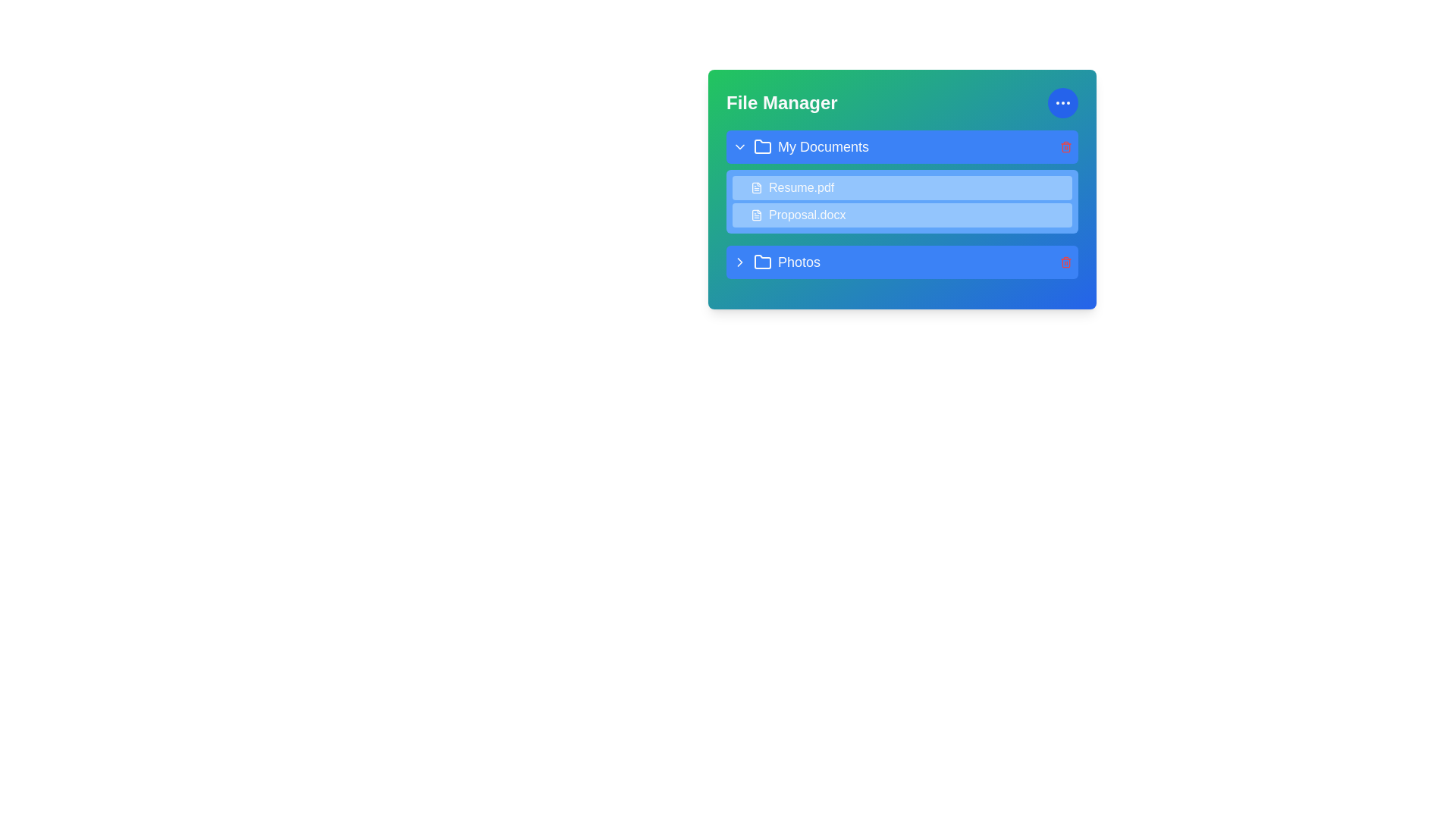  What do you see at coordinates (902, 180) in the screenshot?
I see `the files 'Resume.pdf' and 'Proposal.docx' from the Expandable section content located beneath the 'My Documents' heading in the 'File Manager' interface` at bounding box center [902, 180].